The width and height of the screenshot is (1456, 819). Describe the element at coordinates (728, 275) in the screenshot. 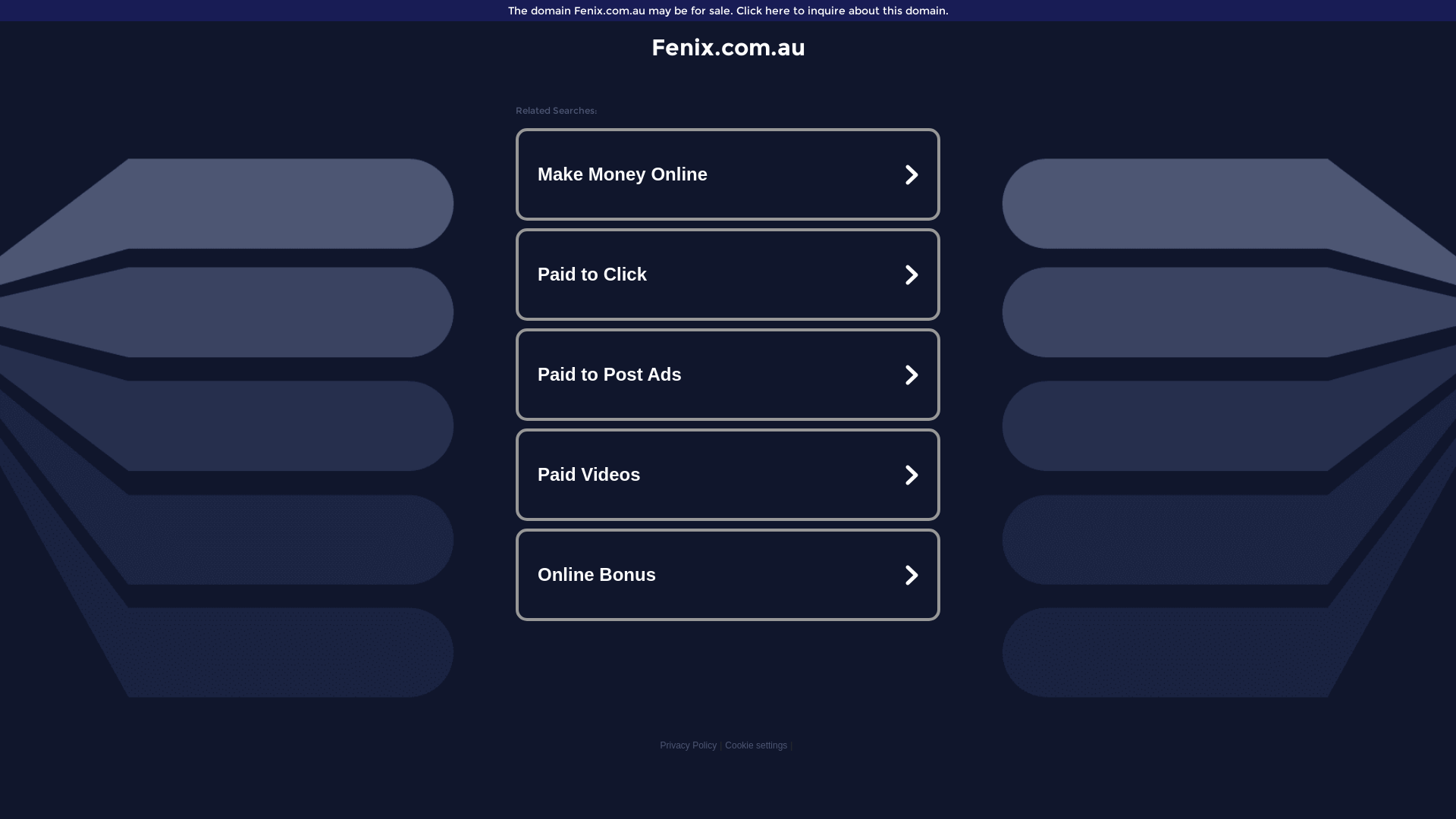

I see `'Paid to Click'` at that location.